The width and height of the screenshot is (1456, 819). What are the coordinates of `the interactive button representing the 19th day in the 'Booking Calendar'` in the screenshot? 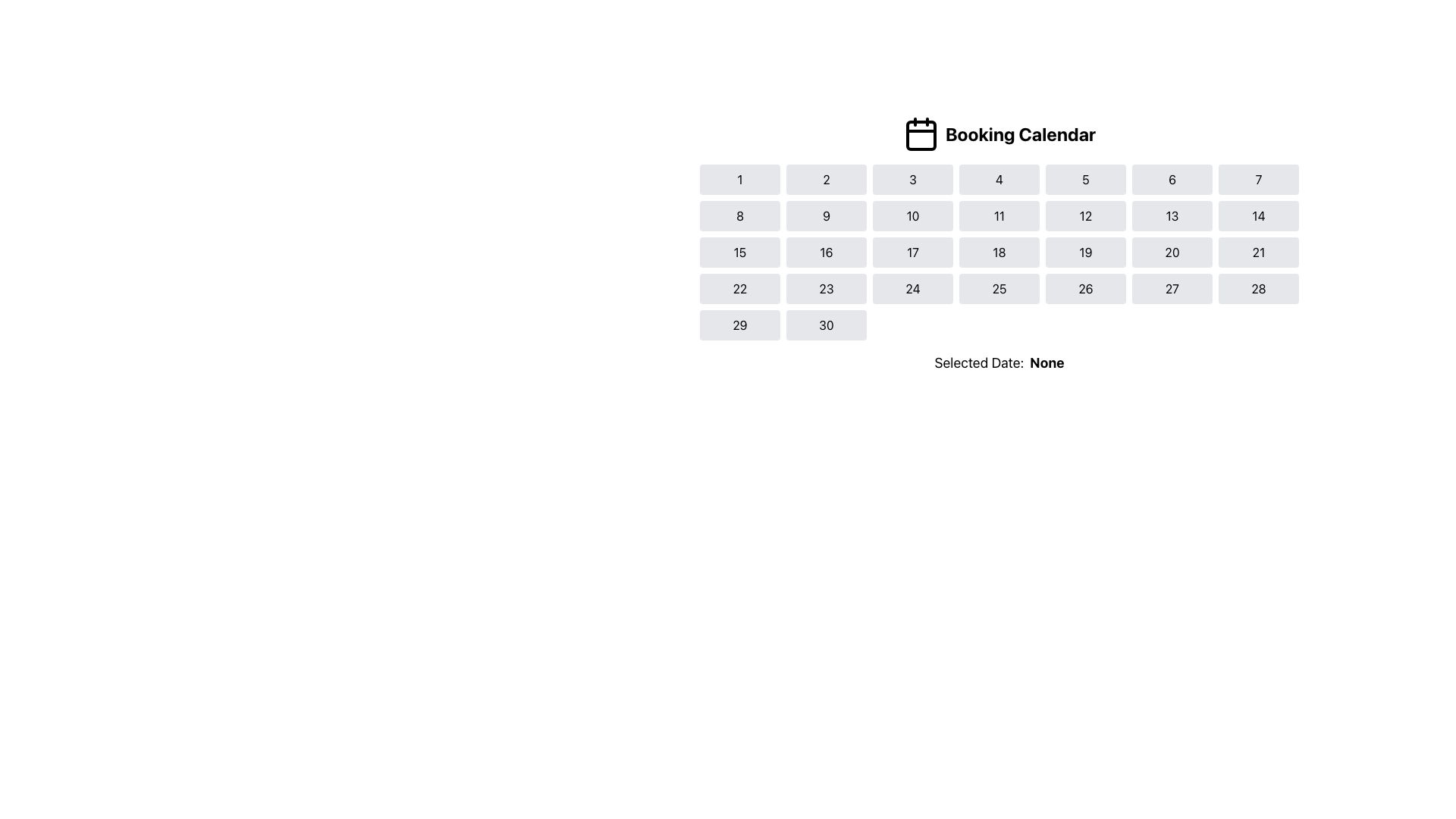 It's located at (1084, 251).